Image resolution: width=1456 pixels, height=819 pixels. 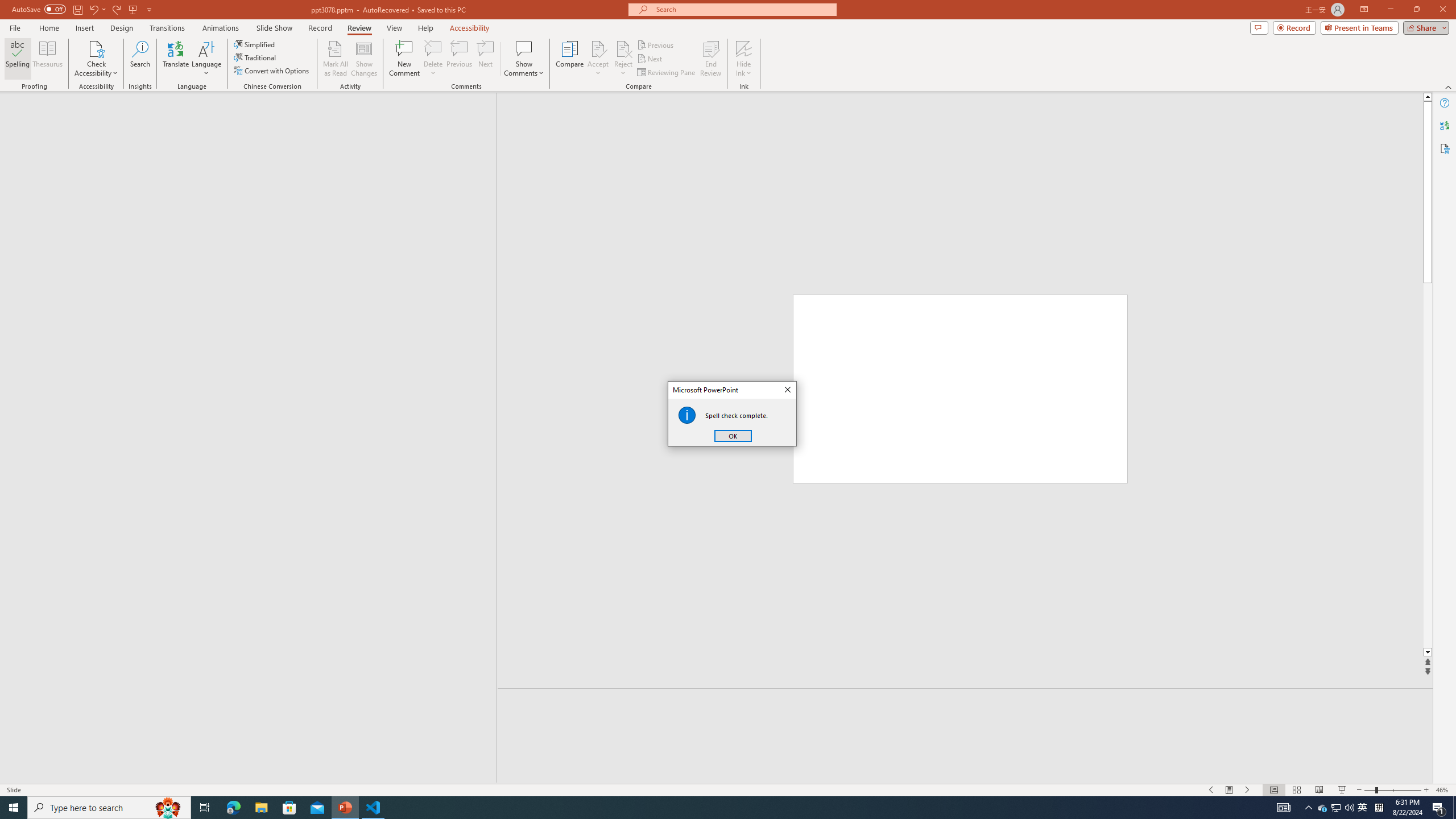 I want to click on 'User Promoted Notification Area', so click(x=1336, y=806).